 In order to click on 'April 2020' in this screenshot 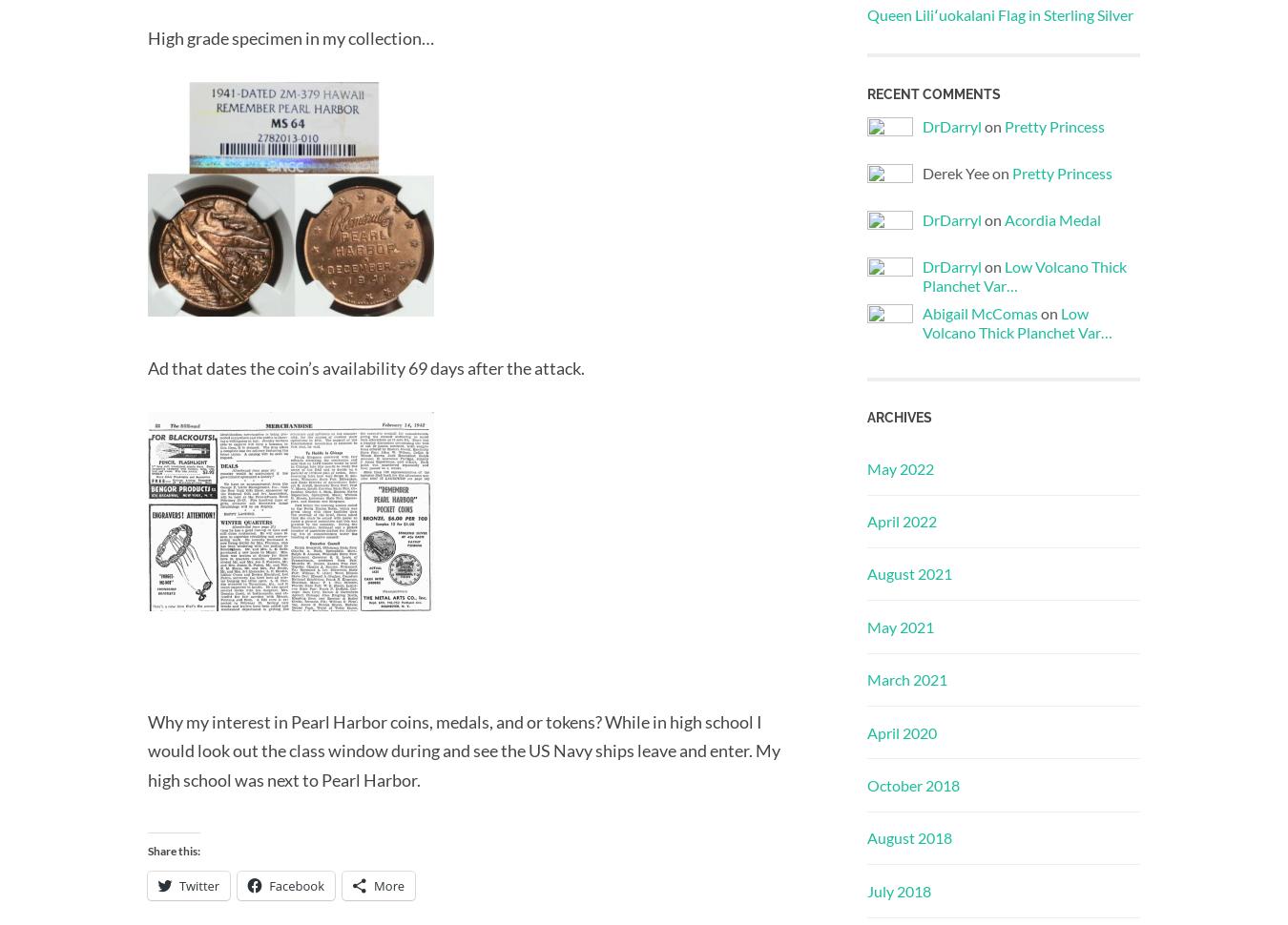, I will do `click(901, 730)`.